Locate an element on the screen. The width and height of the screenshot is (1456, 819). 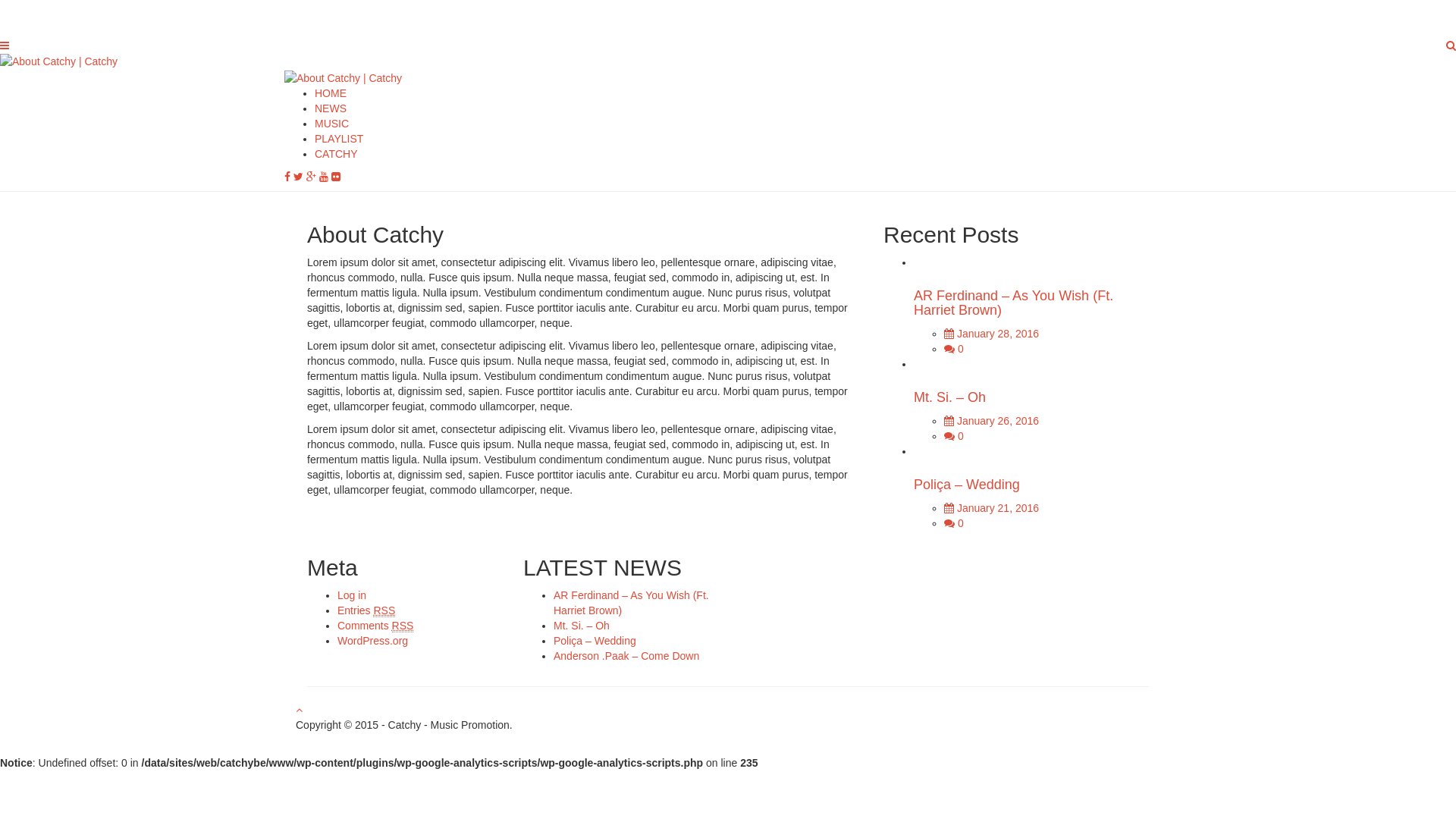
'WordPress.org' is located at coordinates (372, 640).